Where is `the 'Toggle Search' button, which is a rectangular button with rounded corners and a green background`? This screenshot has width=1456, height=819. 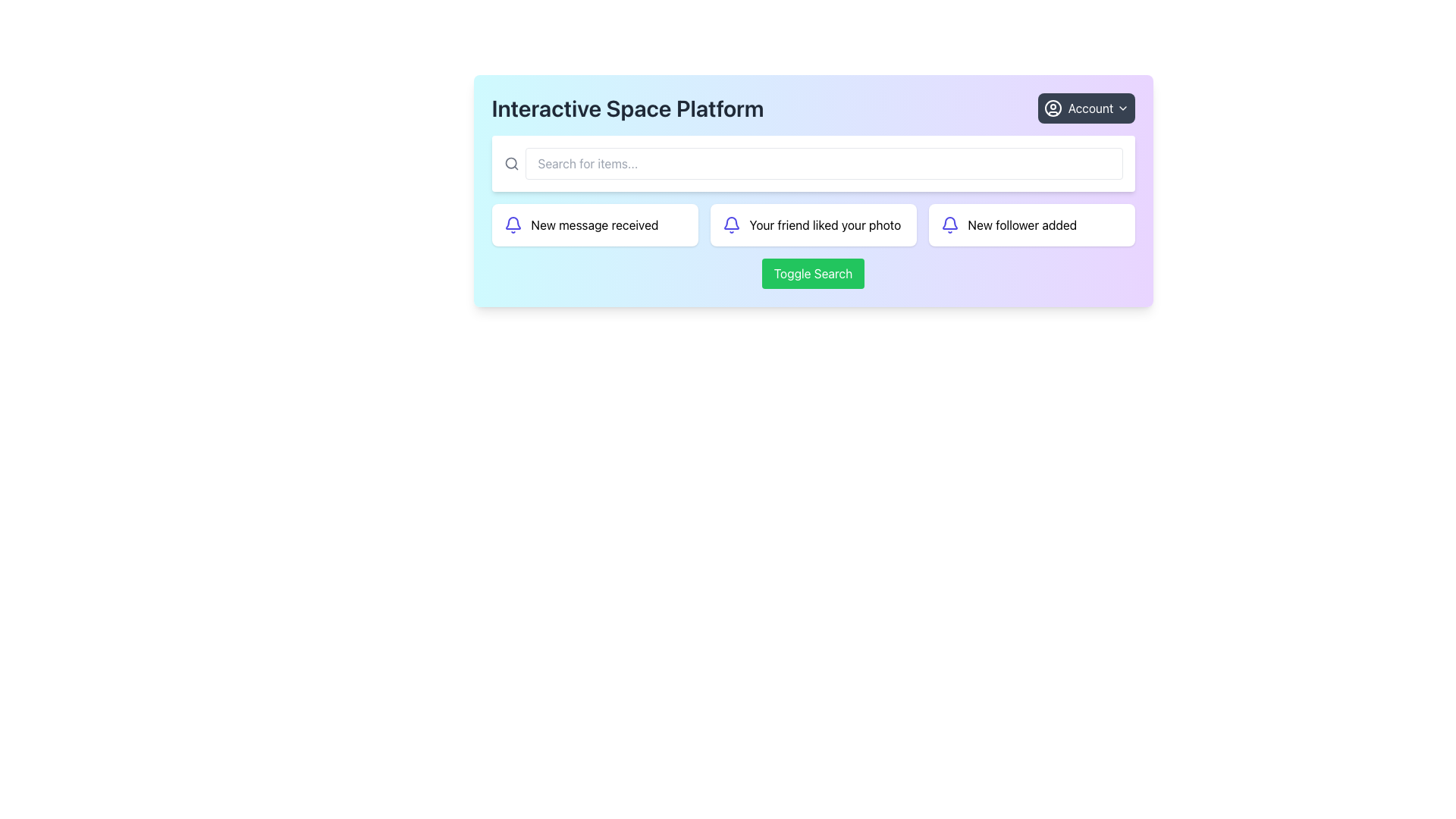
the 'Toggle Search' button, which is a rectangular button with rounded corners and a green background is located at coordinates (812, 274).